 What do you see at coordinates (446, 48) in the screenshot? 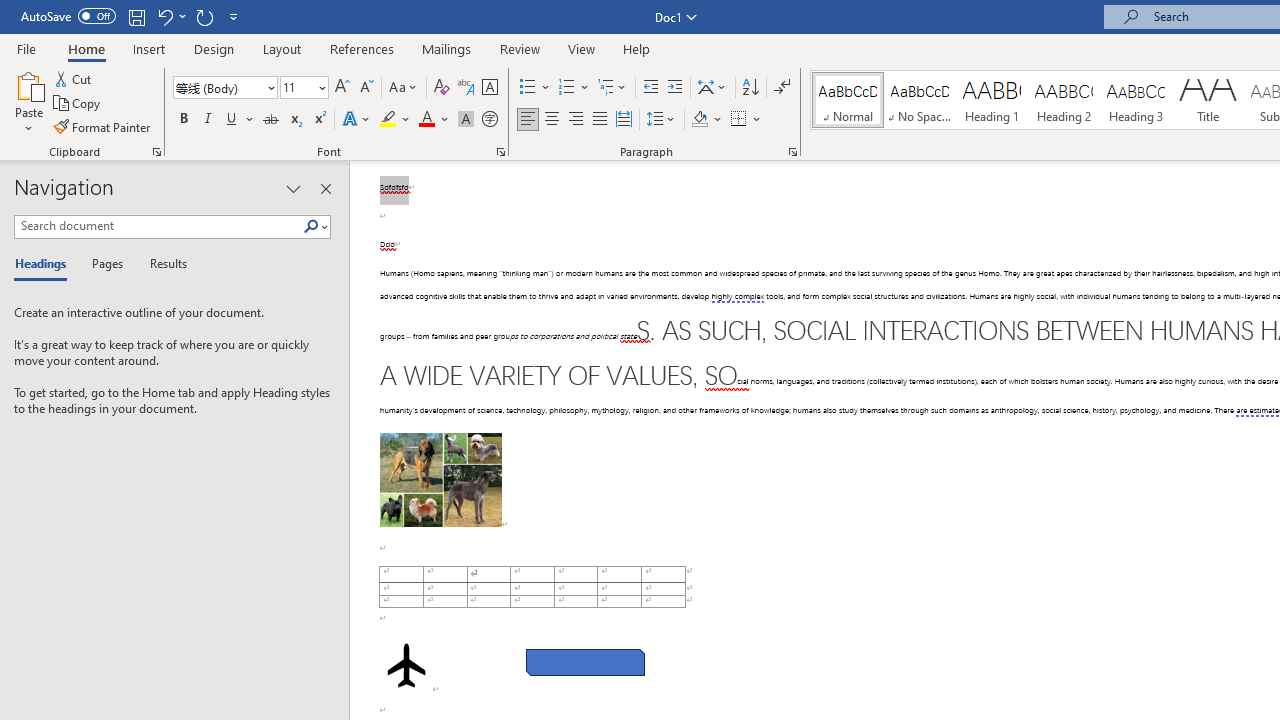
I see `'Mailings'` at bounding box center [446, 48].